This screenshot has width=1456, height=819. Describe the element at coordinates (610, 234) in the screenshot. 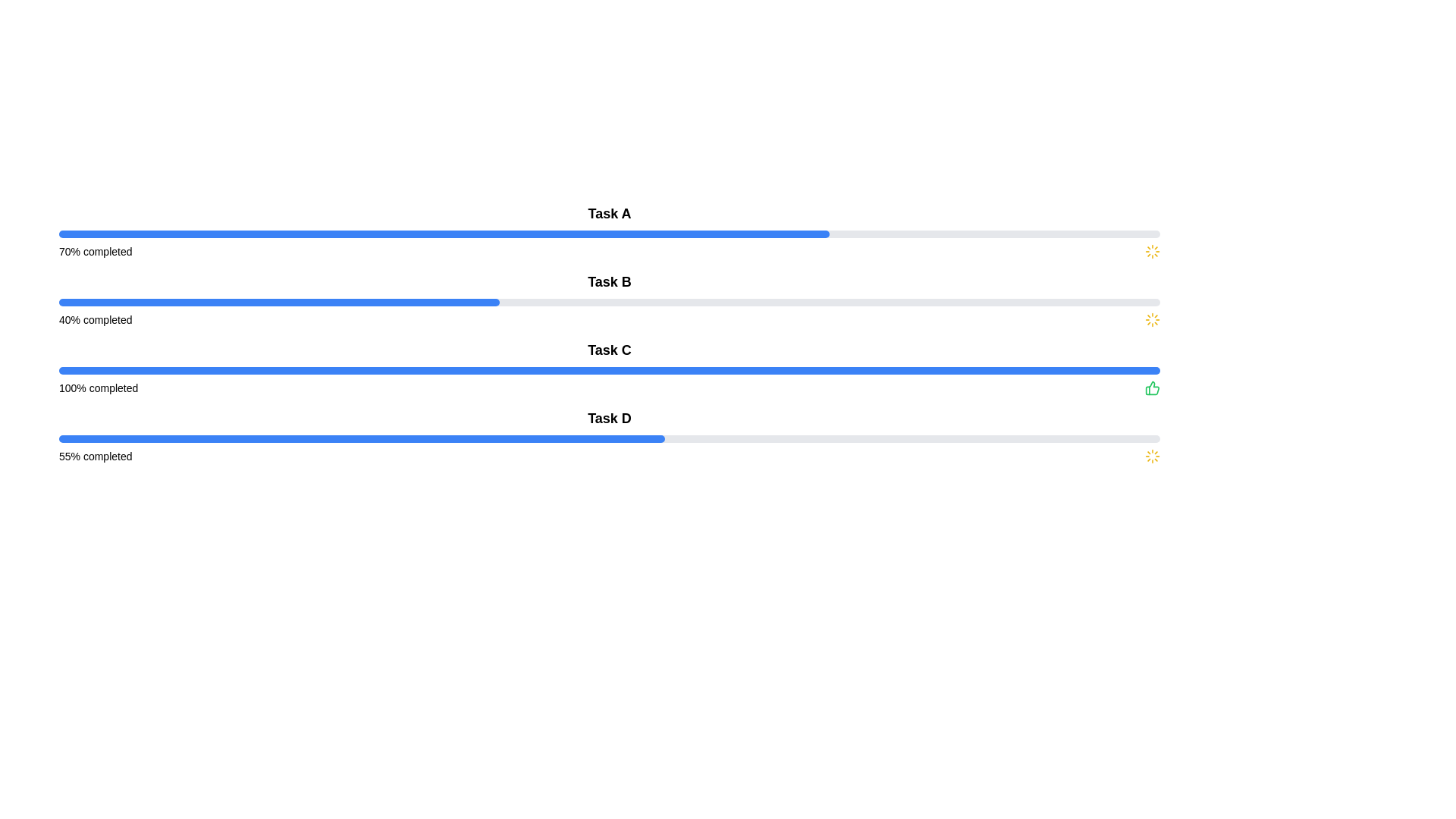

I see `the horizontal progress bar indicating 'Task A' with '70% completed'` at that location.